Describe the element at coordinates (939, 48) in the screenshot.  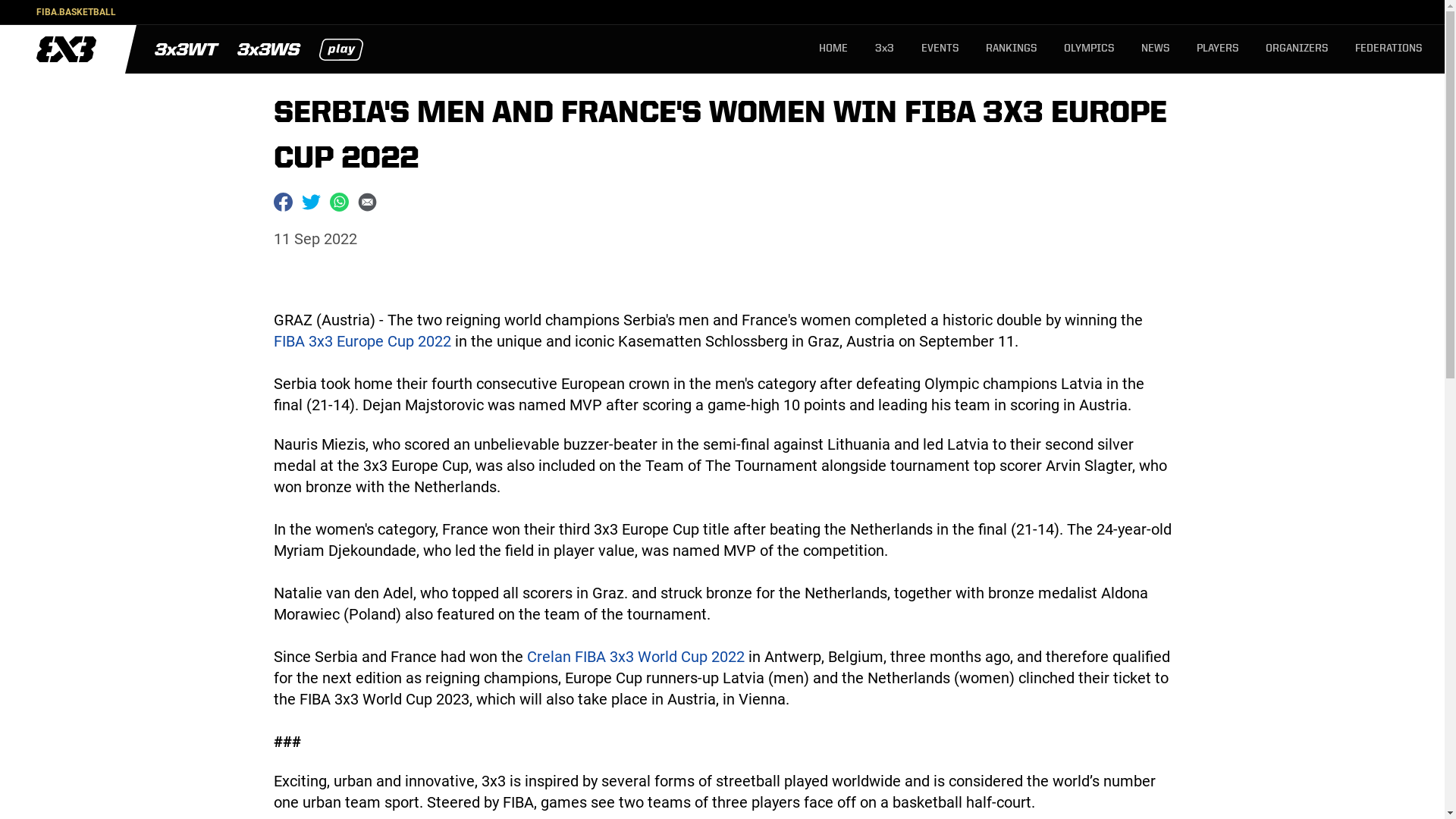
I see `'EVENTS'` at that location.